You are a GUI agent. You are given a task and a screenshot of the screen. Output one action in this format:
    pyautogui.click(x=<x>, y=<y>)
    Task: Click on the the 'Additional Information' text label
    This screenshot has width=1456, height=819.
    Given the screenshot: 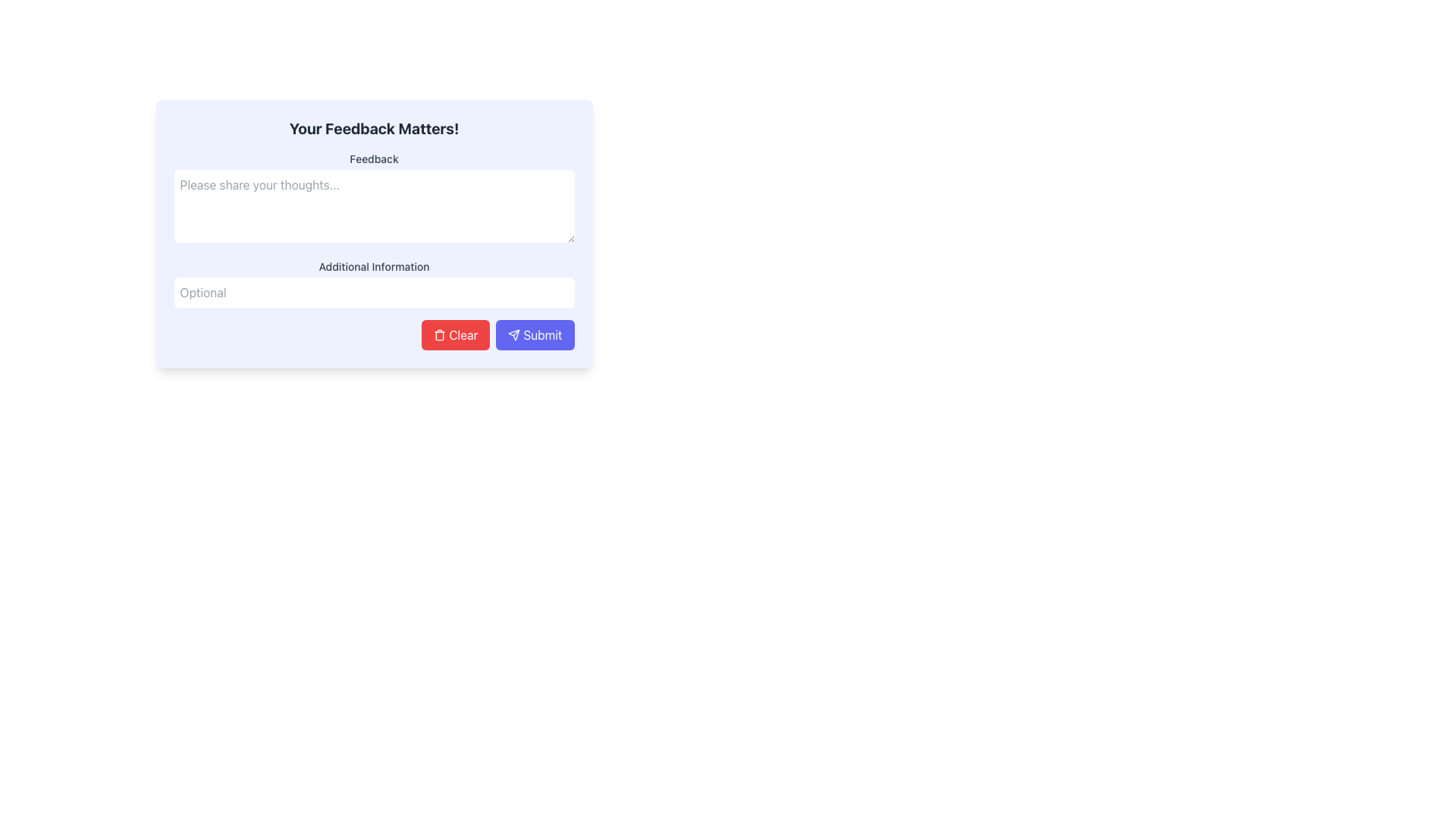 What is the action you would take?
    pyautogui.click(x=374, y=265)
    